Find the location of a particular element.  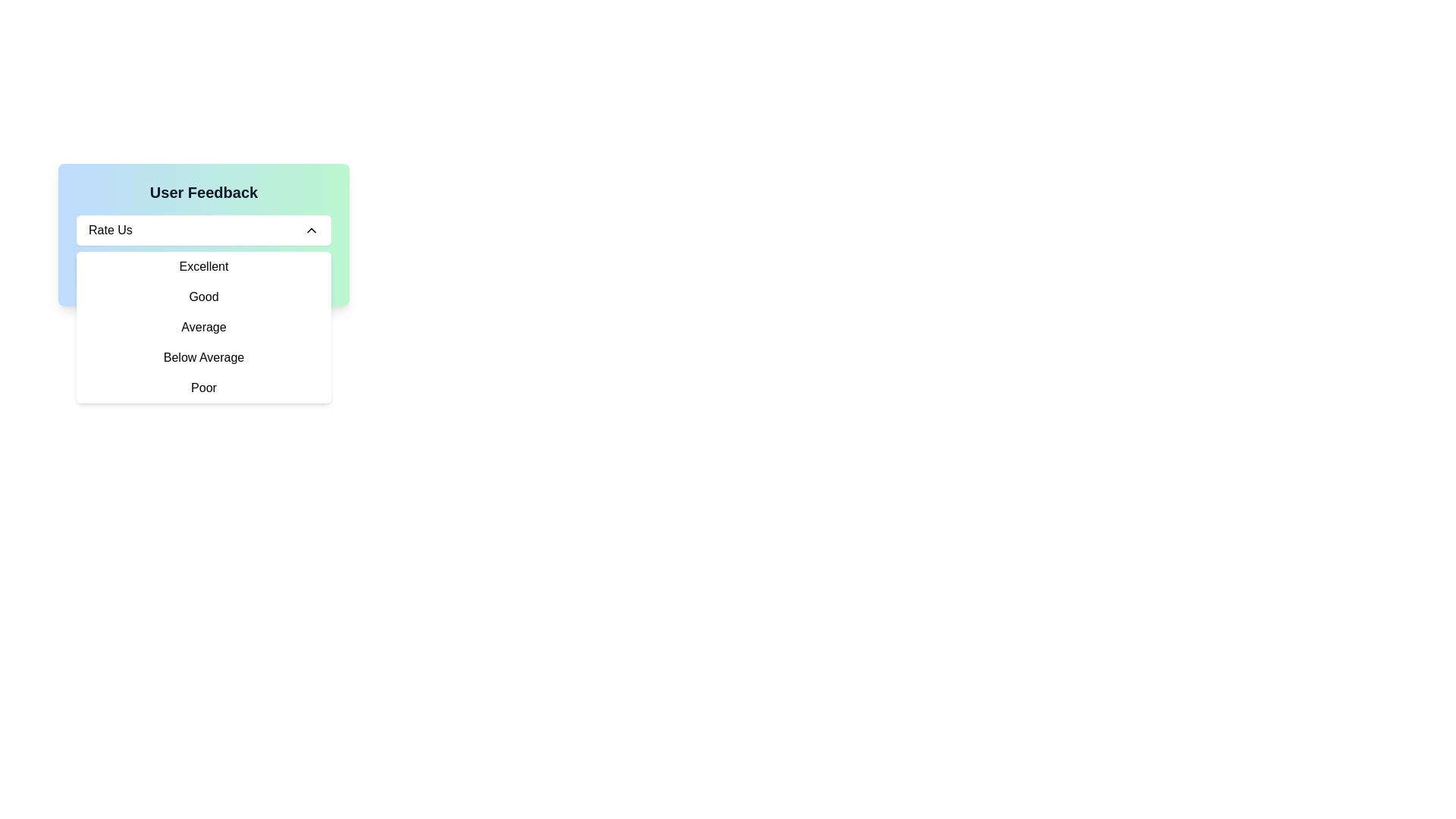

the dropdown menu item labeled 'Poor', which is the last item in a list of five labels within the dropdown menu is located at coordinates (202, 388).